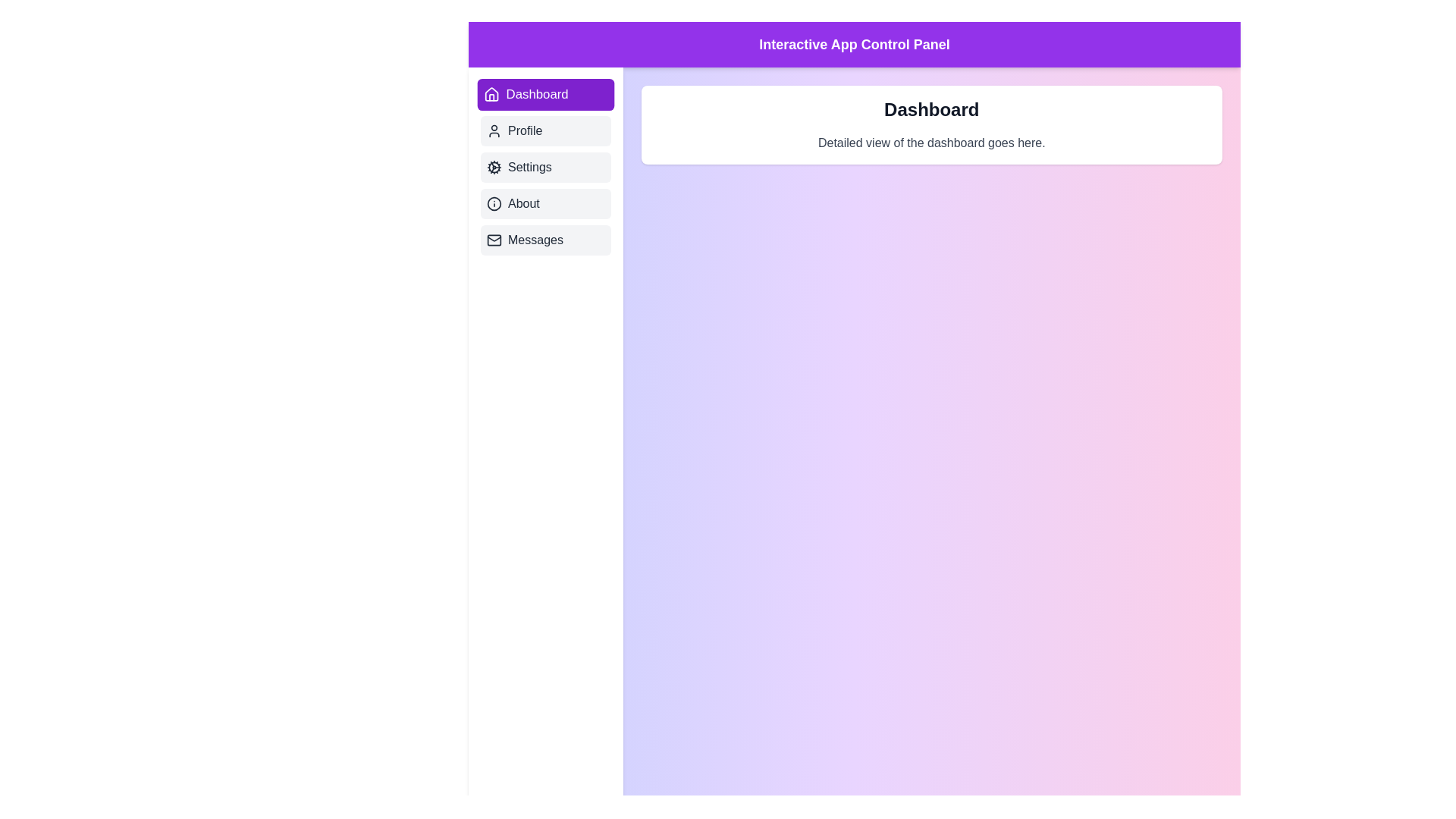 Image resolution: width=1456 pixels, height=819 pixels. Describe the element at coordinates (855, 43) in the screenshot. I see `the header labeled 'Interactive App Control Panel' to focus on it` at that location.